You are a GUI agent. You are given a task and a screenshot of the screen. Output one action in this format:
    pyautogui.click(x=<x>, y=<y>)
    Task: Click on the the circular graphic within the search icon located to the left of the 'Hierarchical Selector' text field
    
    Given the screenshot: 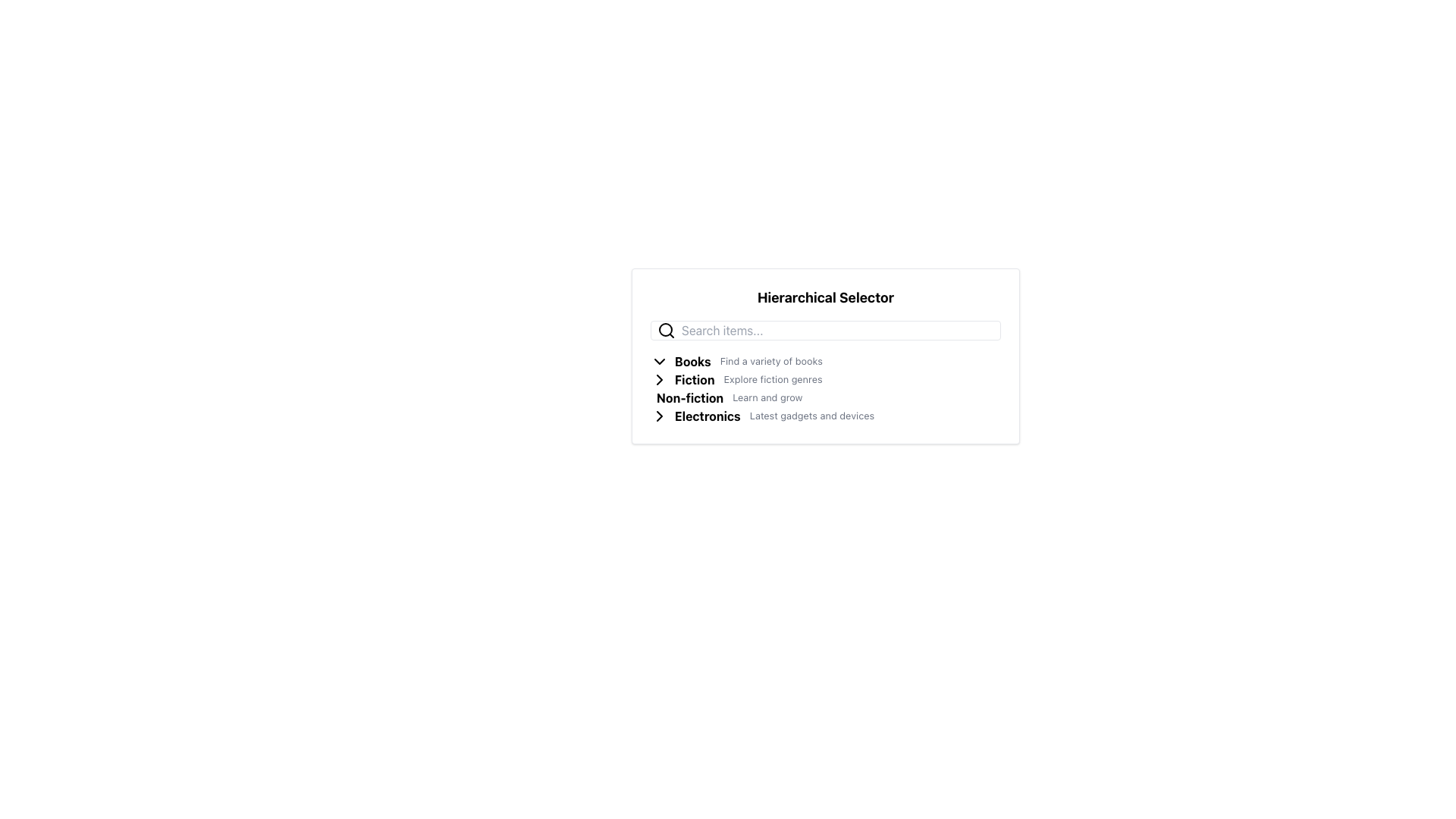 What is the action you would take?
    pyautogui.click(x=666, y=329)
    